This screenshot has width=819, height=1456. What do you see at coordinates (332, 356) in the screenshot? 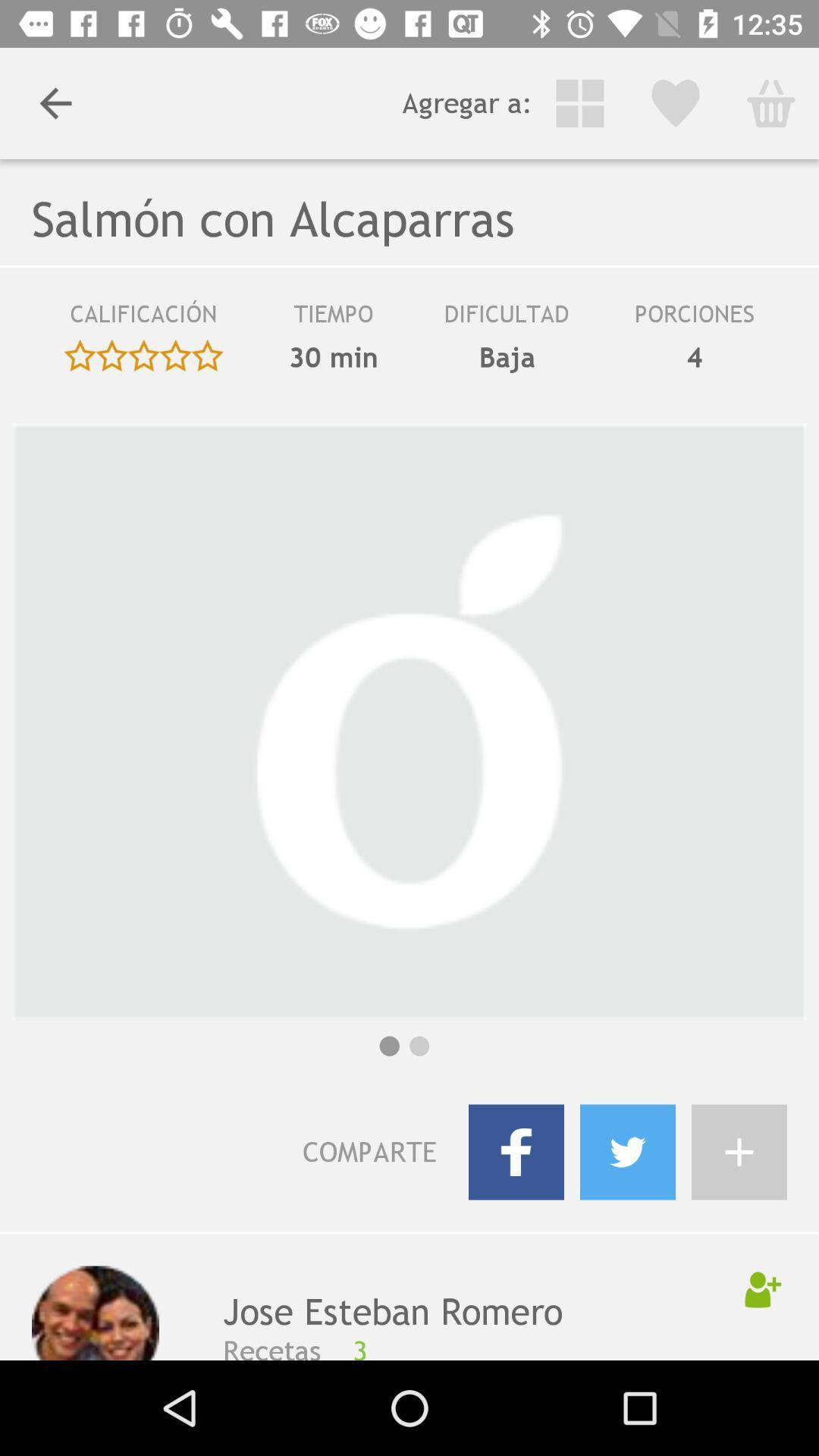
I see `30 min item` at bounding box center [332, 356].